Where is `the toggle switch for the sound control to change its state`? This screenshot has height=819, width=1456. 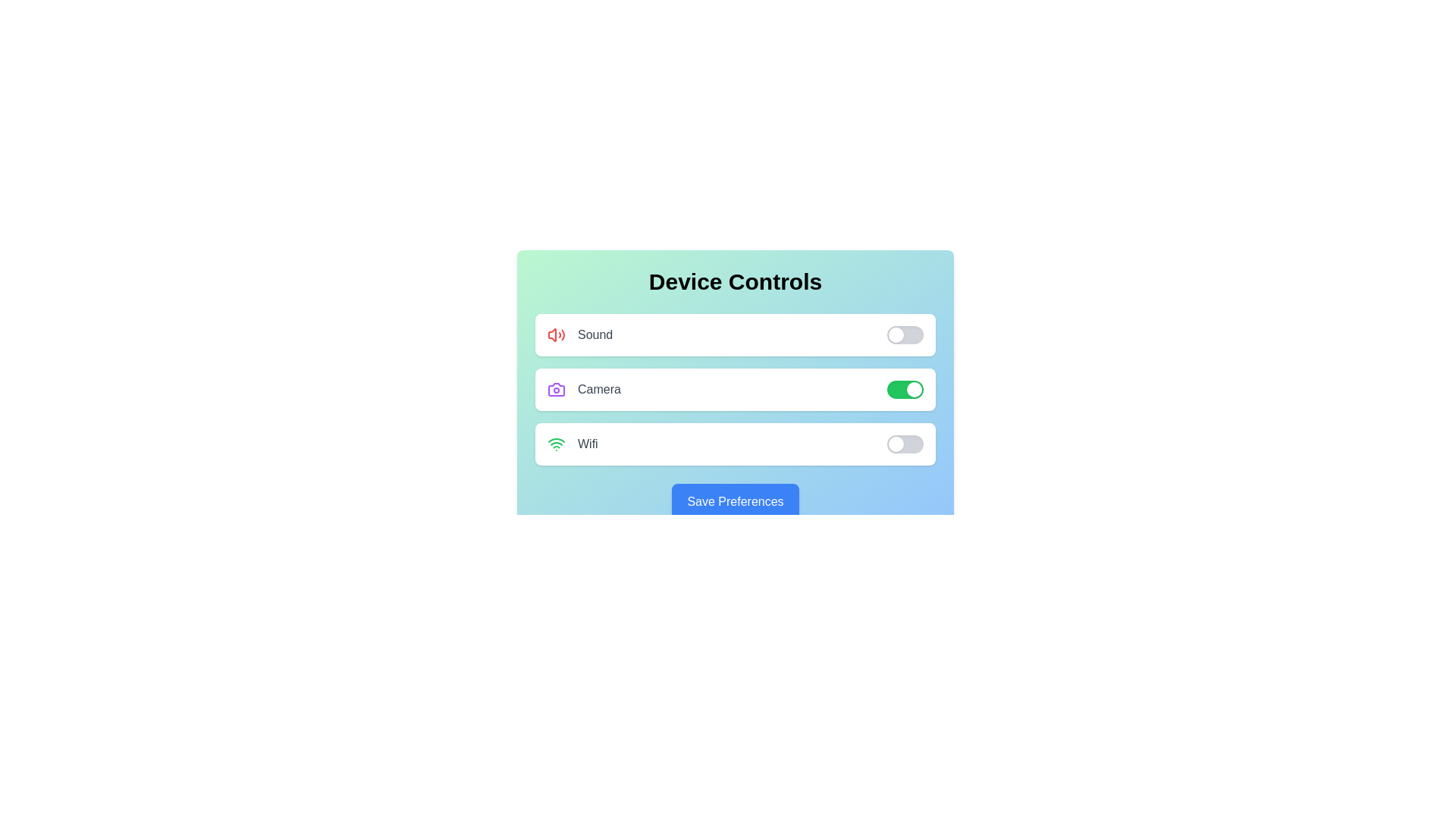
the toggle switch for the sound control to change its state is located at coordinates (905, 334).